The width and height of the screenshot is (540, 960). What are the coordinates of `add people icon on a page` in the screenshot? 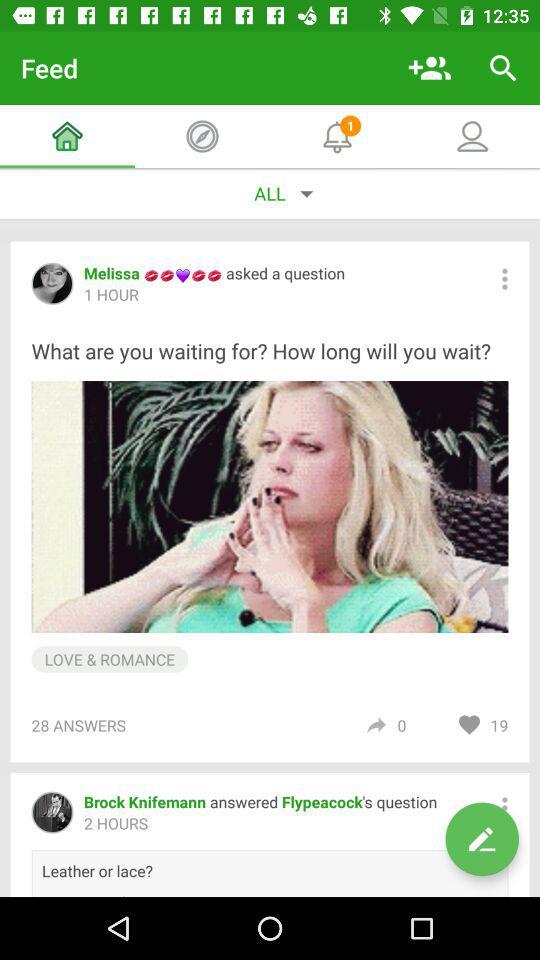 It's located at (429, 68).